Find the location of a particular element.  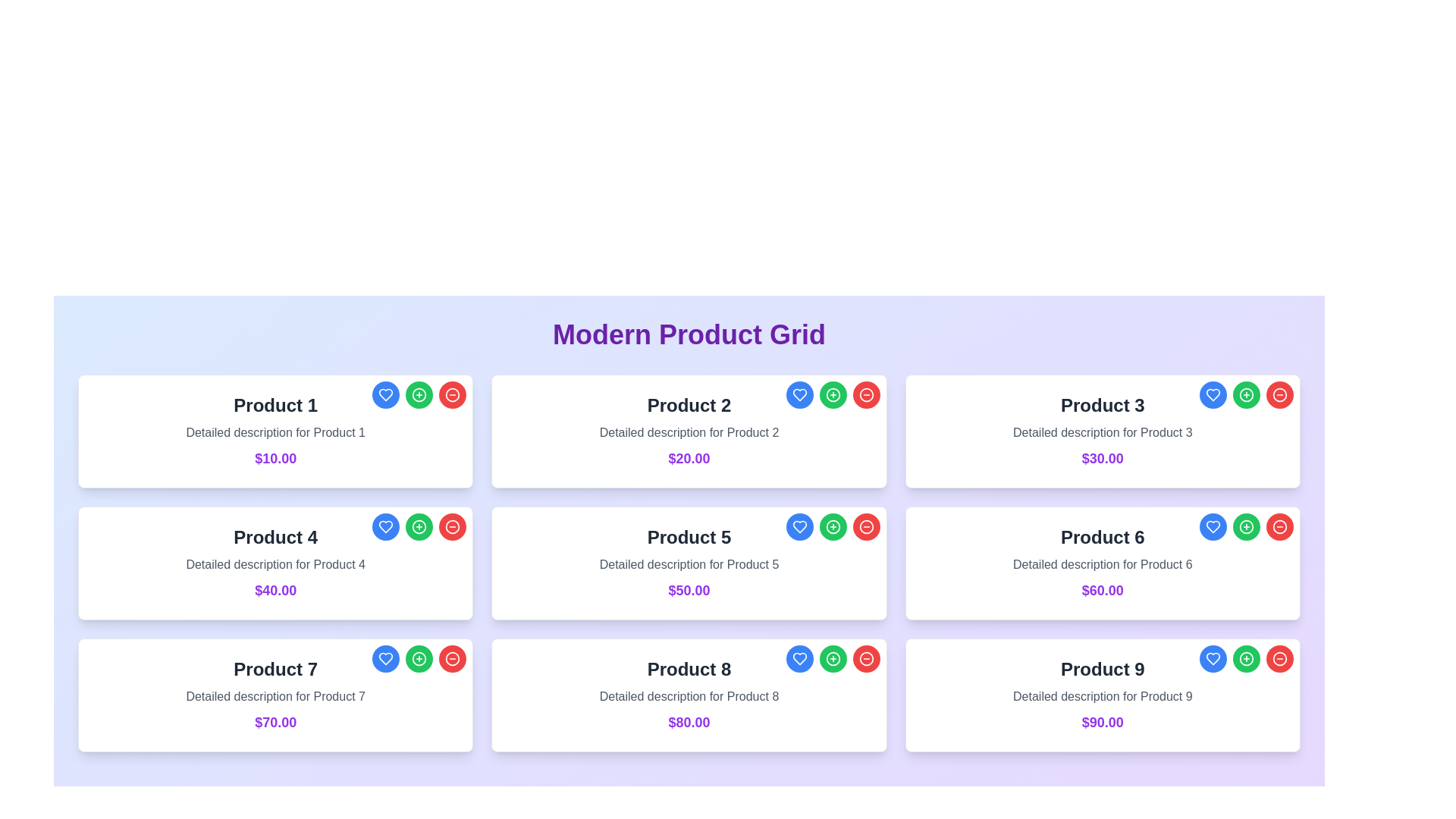

the blue circular button with a white heart icon located in the top-right corner of the card for 'Product 3' is located at coordinates (1211, 394).